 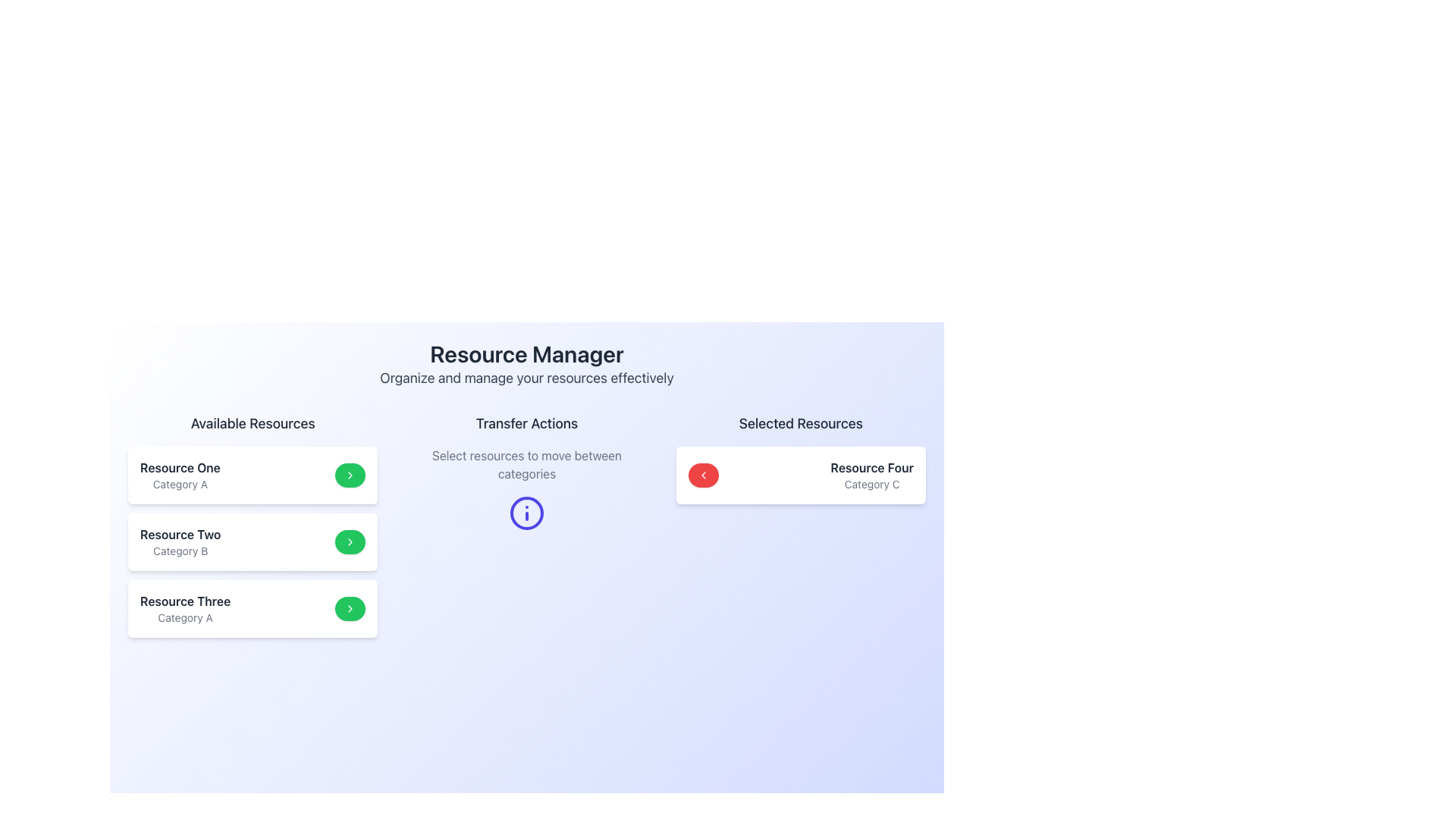 I want to click on the non-interactive text label that provides categorical information about 'Resource One', located in the 'Available Resources' section, positioned below the title text, so click(x=180, y=485).